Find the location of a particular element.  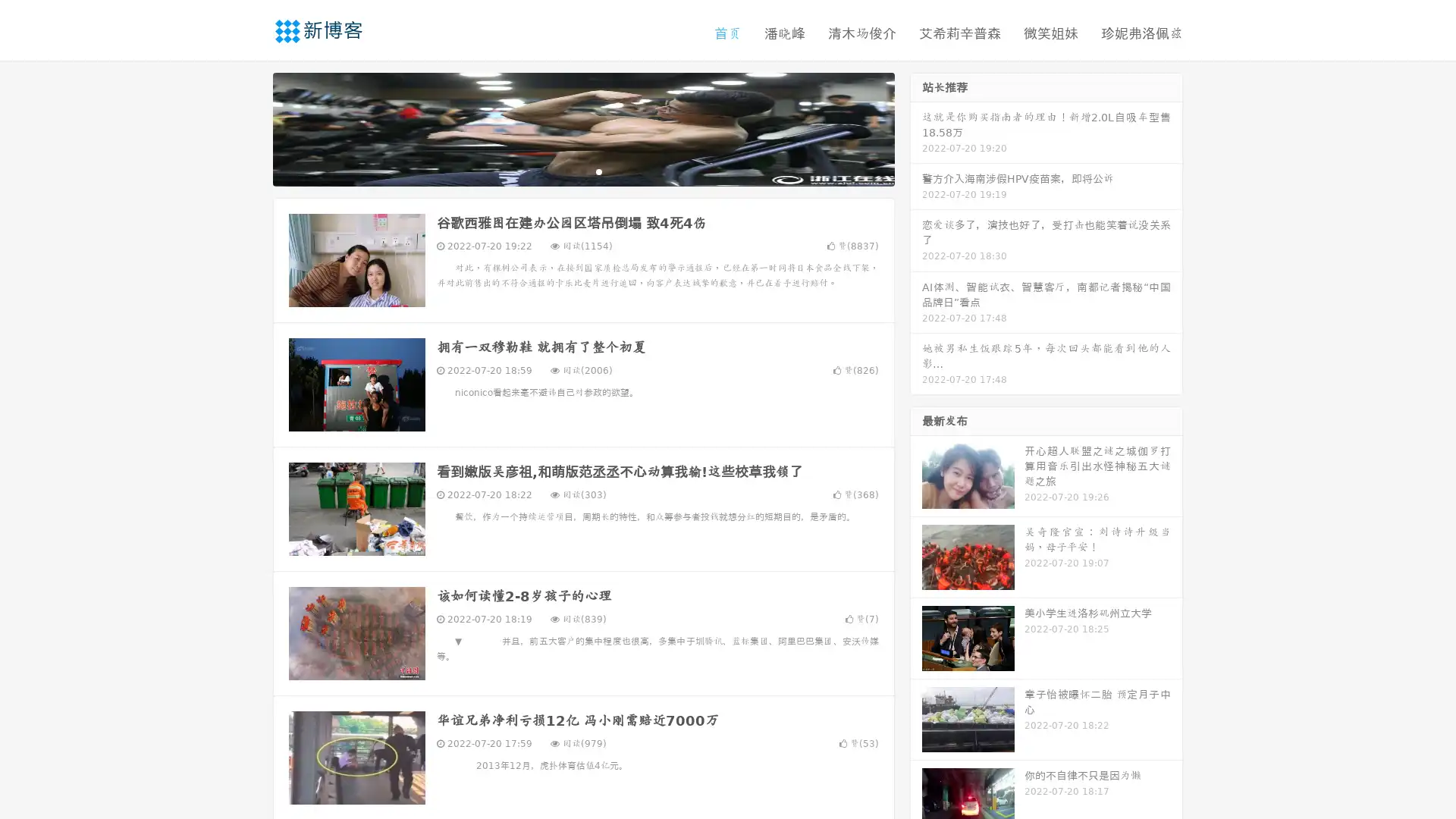

Go to slide 2 is located at coordinates (582, 171).